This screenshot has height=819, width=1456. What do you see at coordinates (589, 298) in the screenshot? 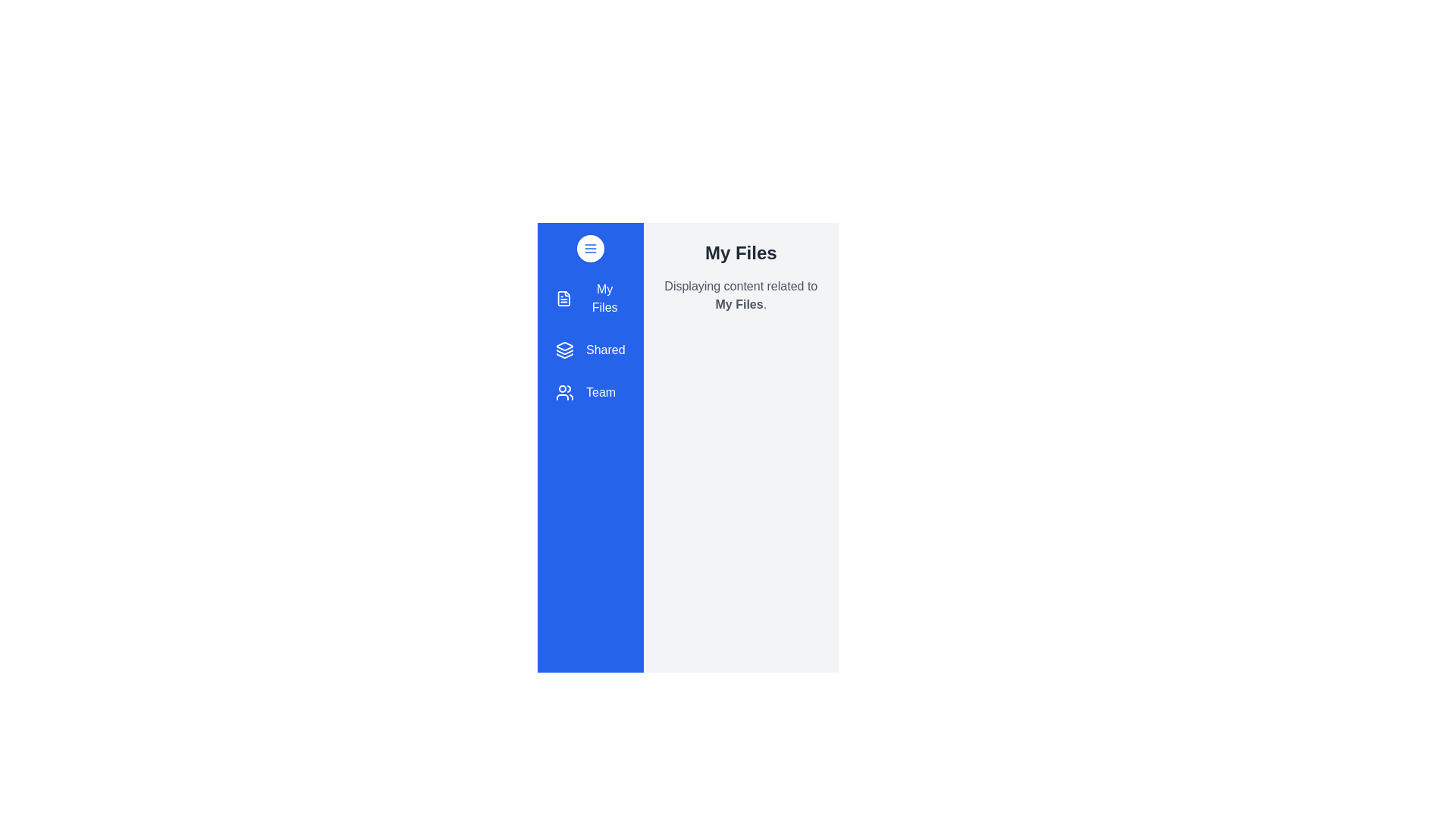
I see `the section My Files from the drawer menu` at bounding box center [589, 298].